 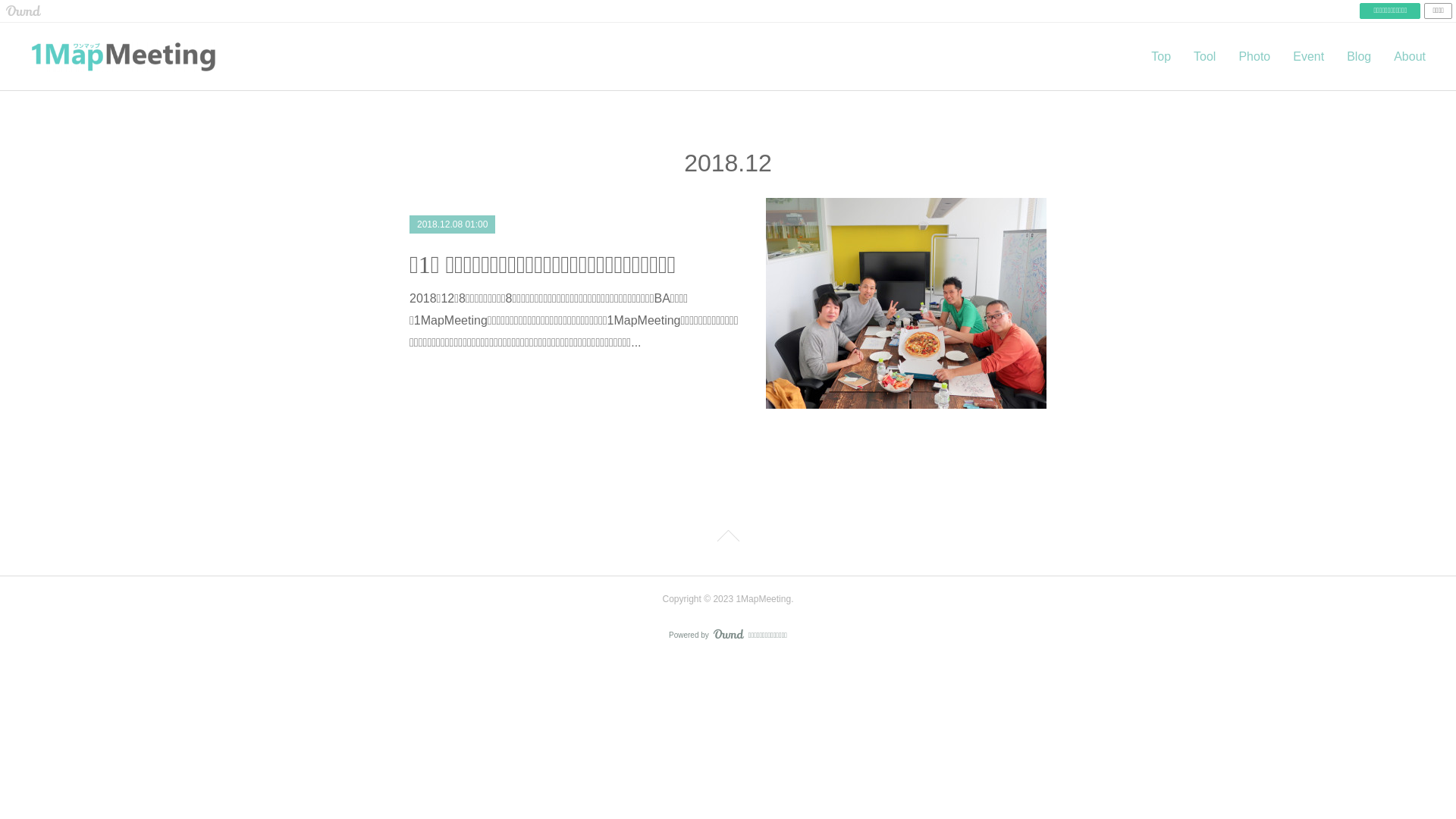 I want to click on 'Blog', so click(x=1358, y=55).